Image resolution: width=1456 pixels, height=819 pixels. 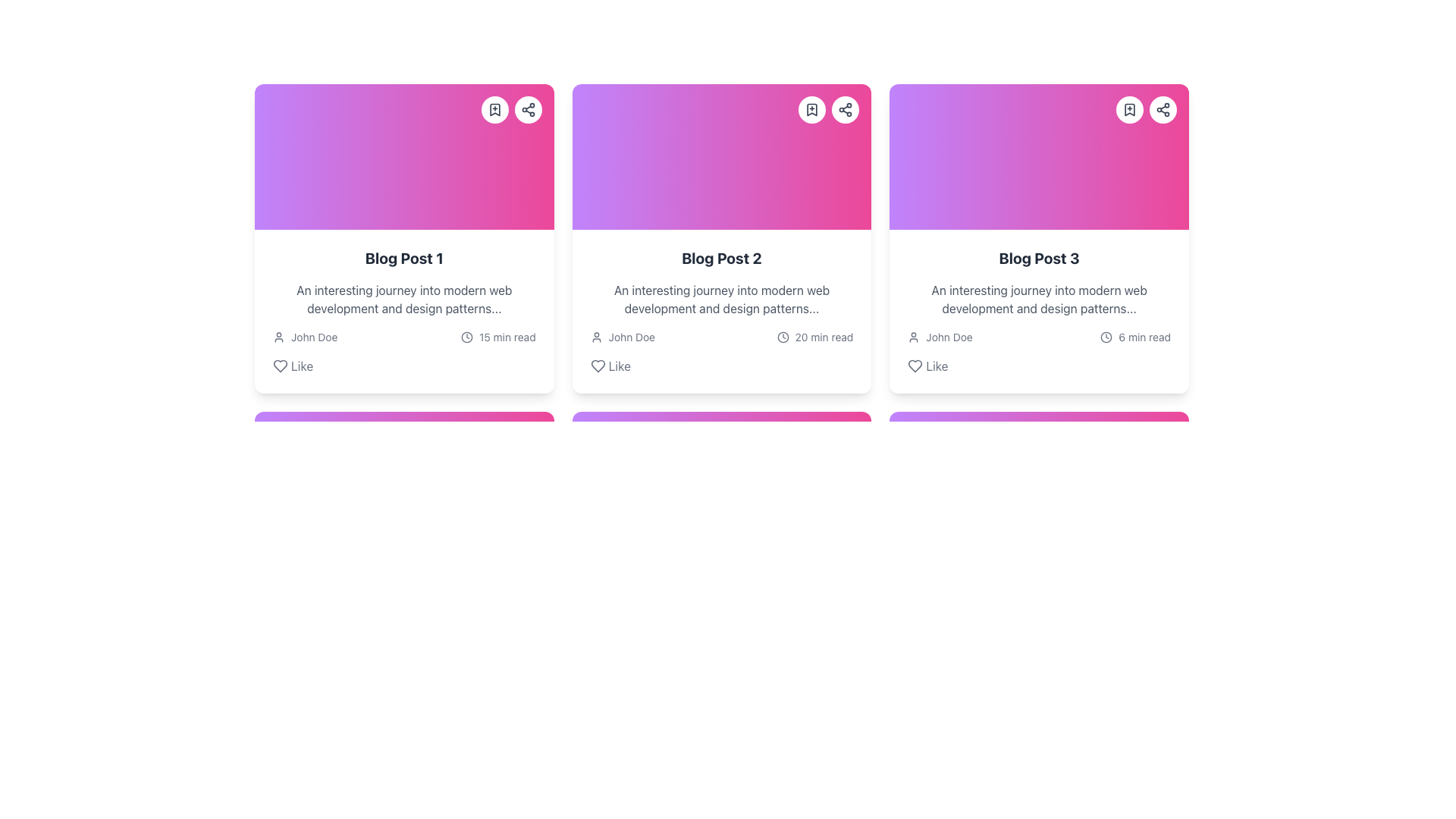 What do you see at coordinates (313, 336) in the screenshot?
I see `the text label displaying 'John Doe' located next to the user profile icon in the first blog card (Blog Post 1)` at bounding box center [313, 336].